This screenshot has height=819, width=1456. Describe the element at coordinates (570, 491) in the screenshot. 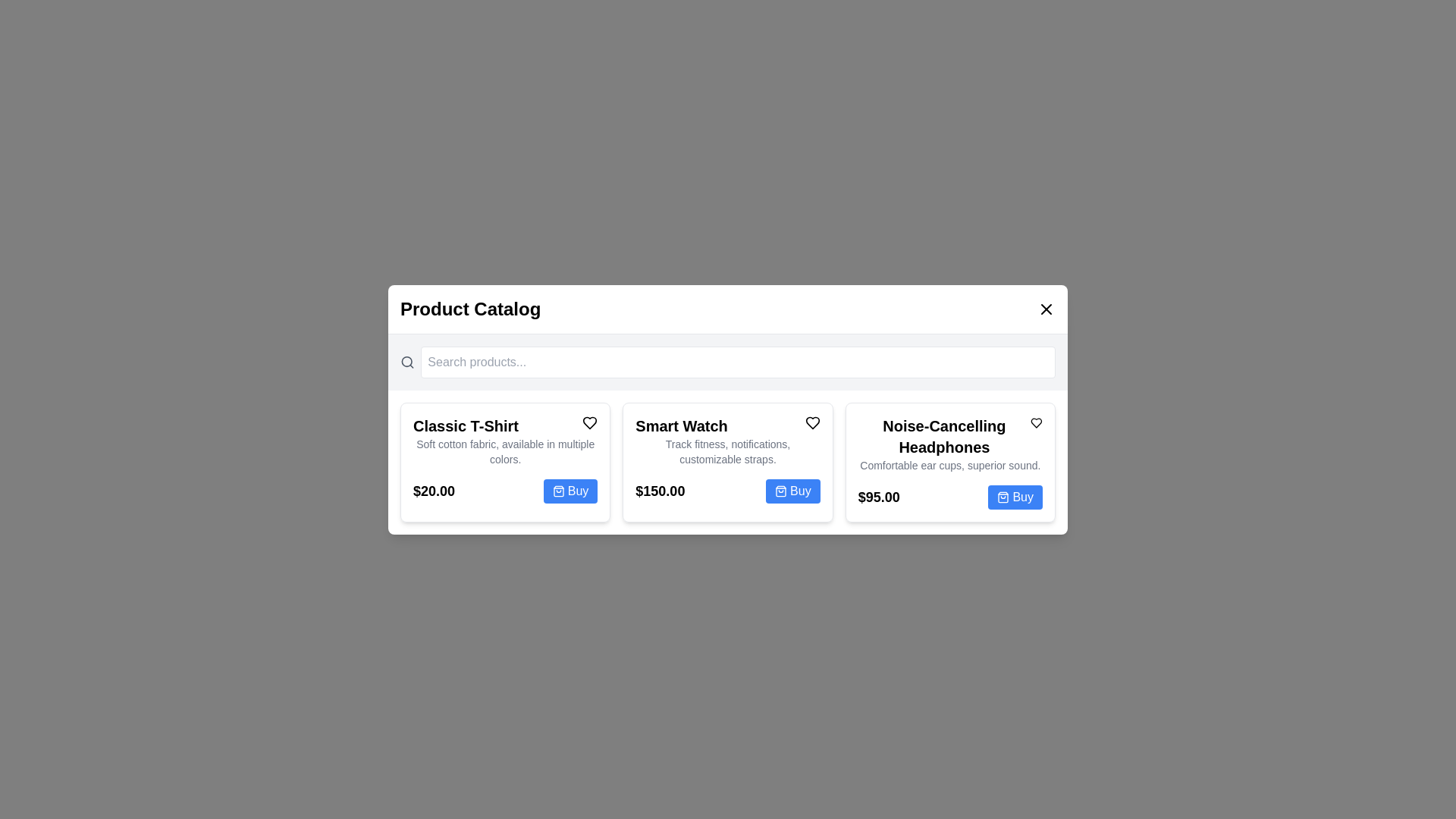

I see `the 'Buy' button for the product 'Classic T-Shirt' to add it to the shopping cart` at that location.